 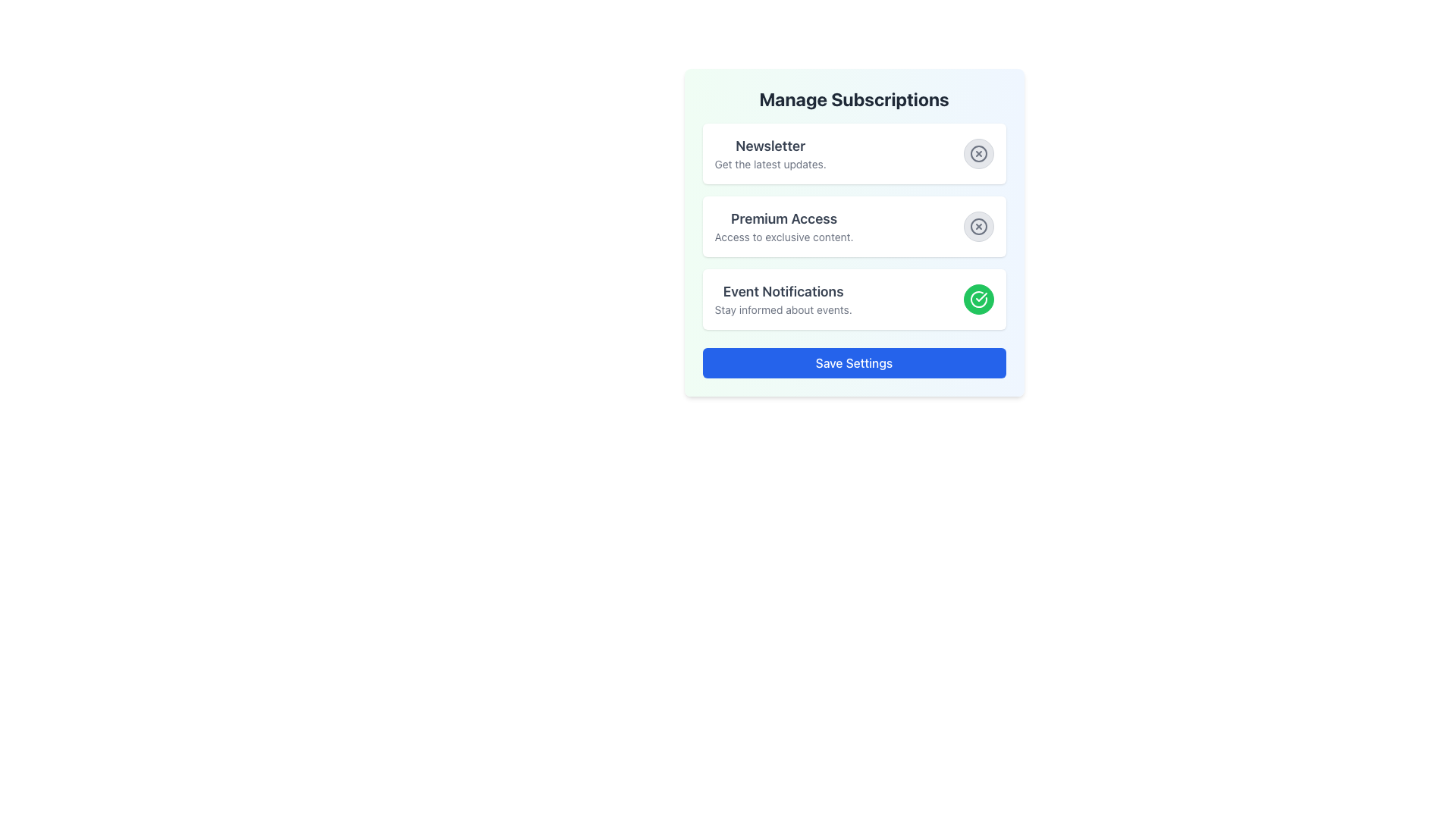 I want to click on title and description from the text block located in the third subscription option of the 'Manage Subscriptions' panel, which is positioned below 'Premium Access' and above the 'Save Settings' button, so click(x=783, y=299).